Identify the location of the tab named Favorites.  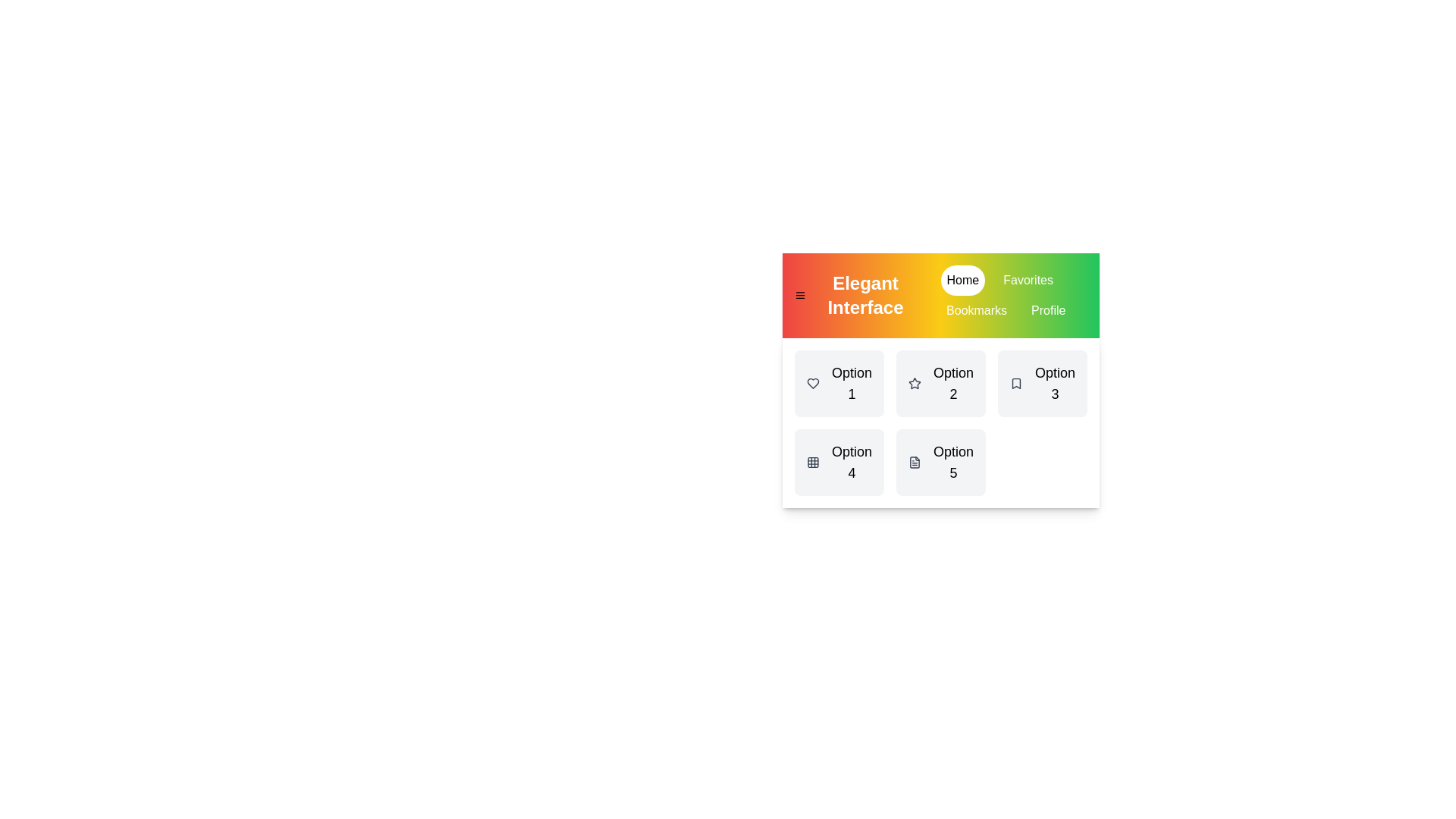
(1028, 281).